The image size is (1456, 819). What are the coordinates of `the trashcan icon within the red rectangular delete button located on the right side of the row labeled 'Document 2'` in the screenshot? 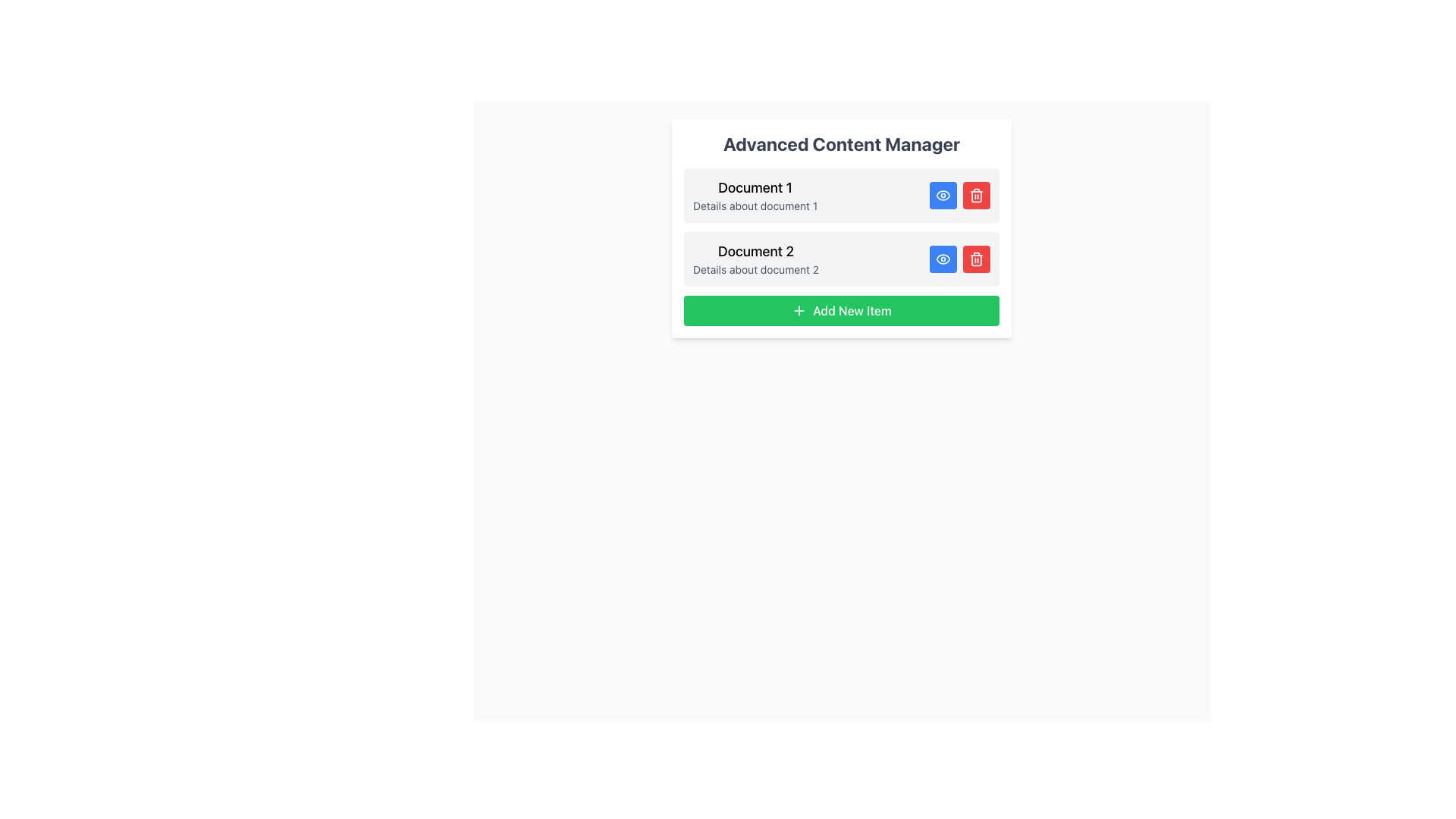 It's located at (976, 259).